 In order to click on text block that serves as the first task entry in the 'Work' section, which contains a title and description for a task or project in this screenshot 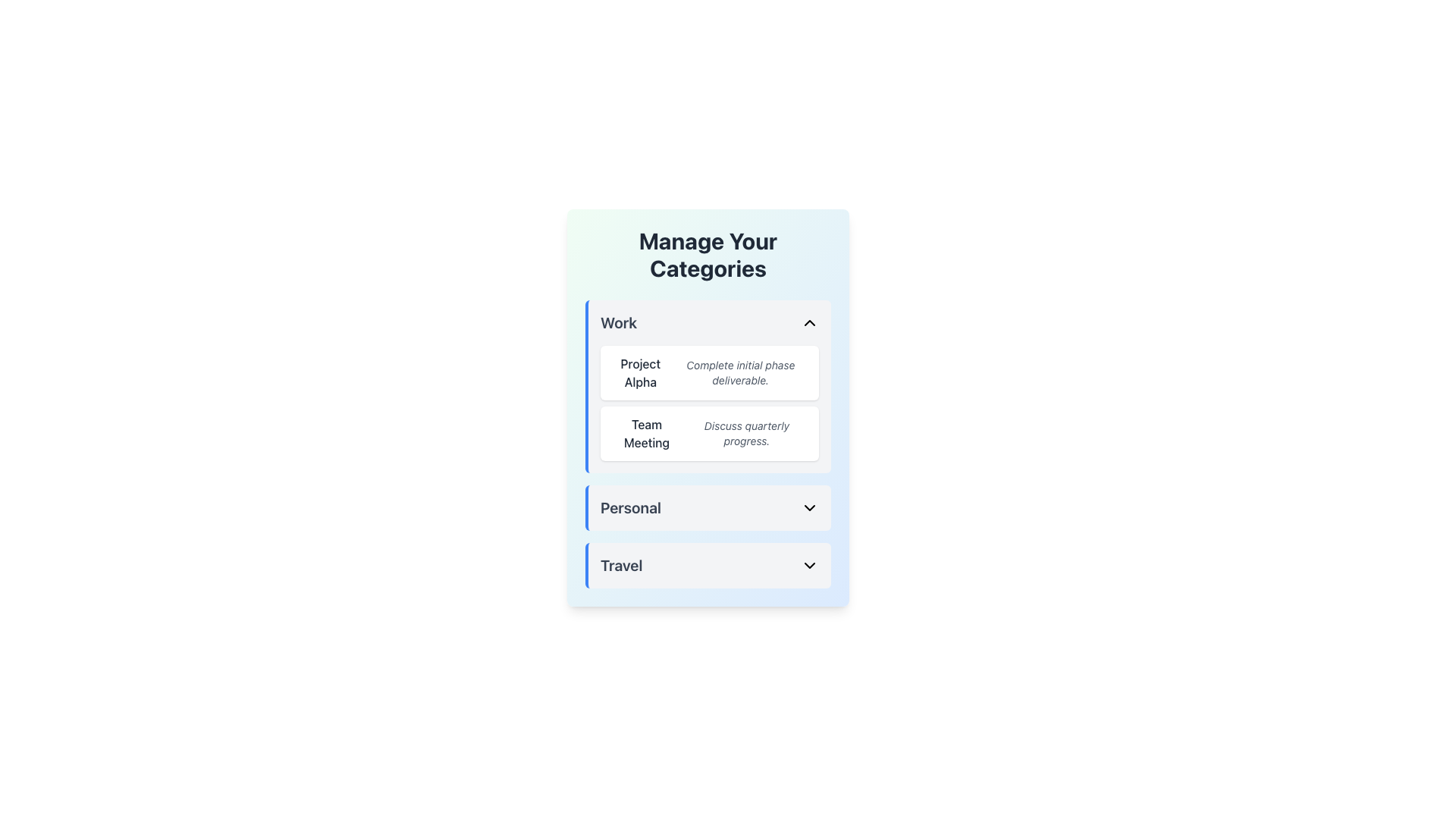, I will do `click(709, 373)`.